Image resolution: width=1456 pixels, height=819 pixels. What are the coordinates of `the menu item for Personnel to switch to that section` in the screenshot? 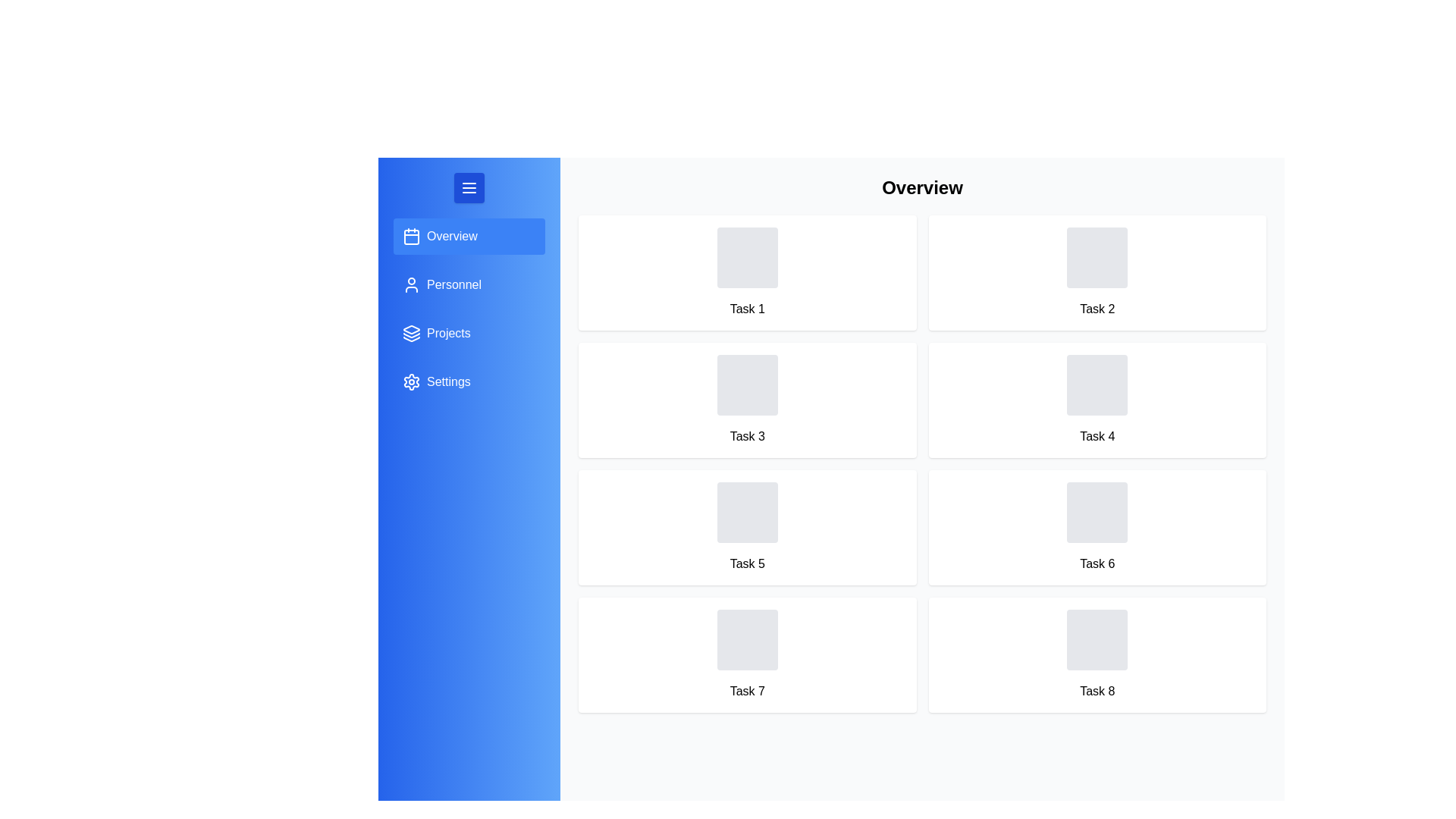 It's located at (469, 284).